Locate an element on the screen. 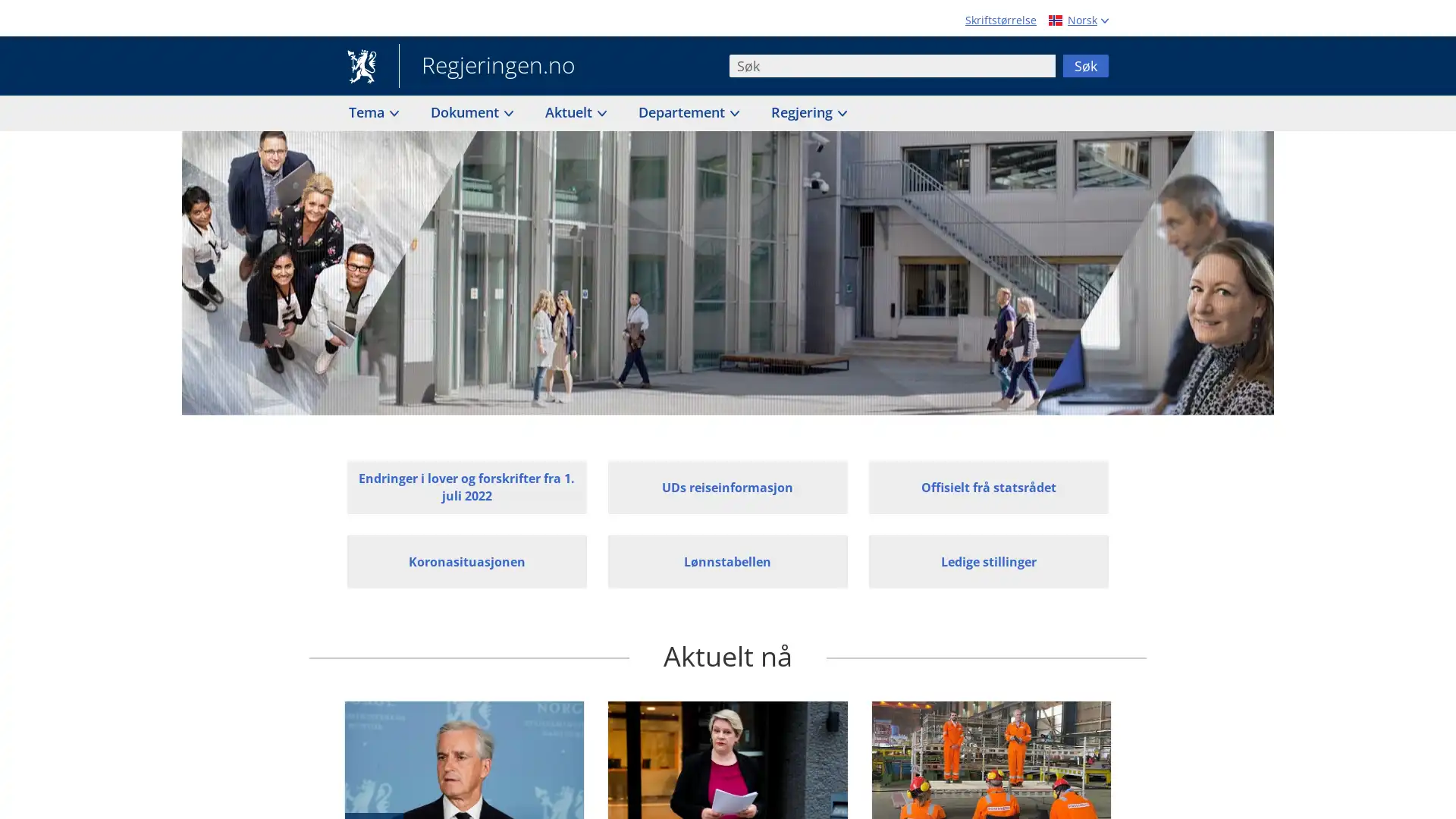 This screenshot has width=1456, height=819. Norsk is located at coordinates (1076, 20).